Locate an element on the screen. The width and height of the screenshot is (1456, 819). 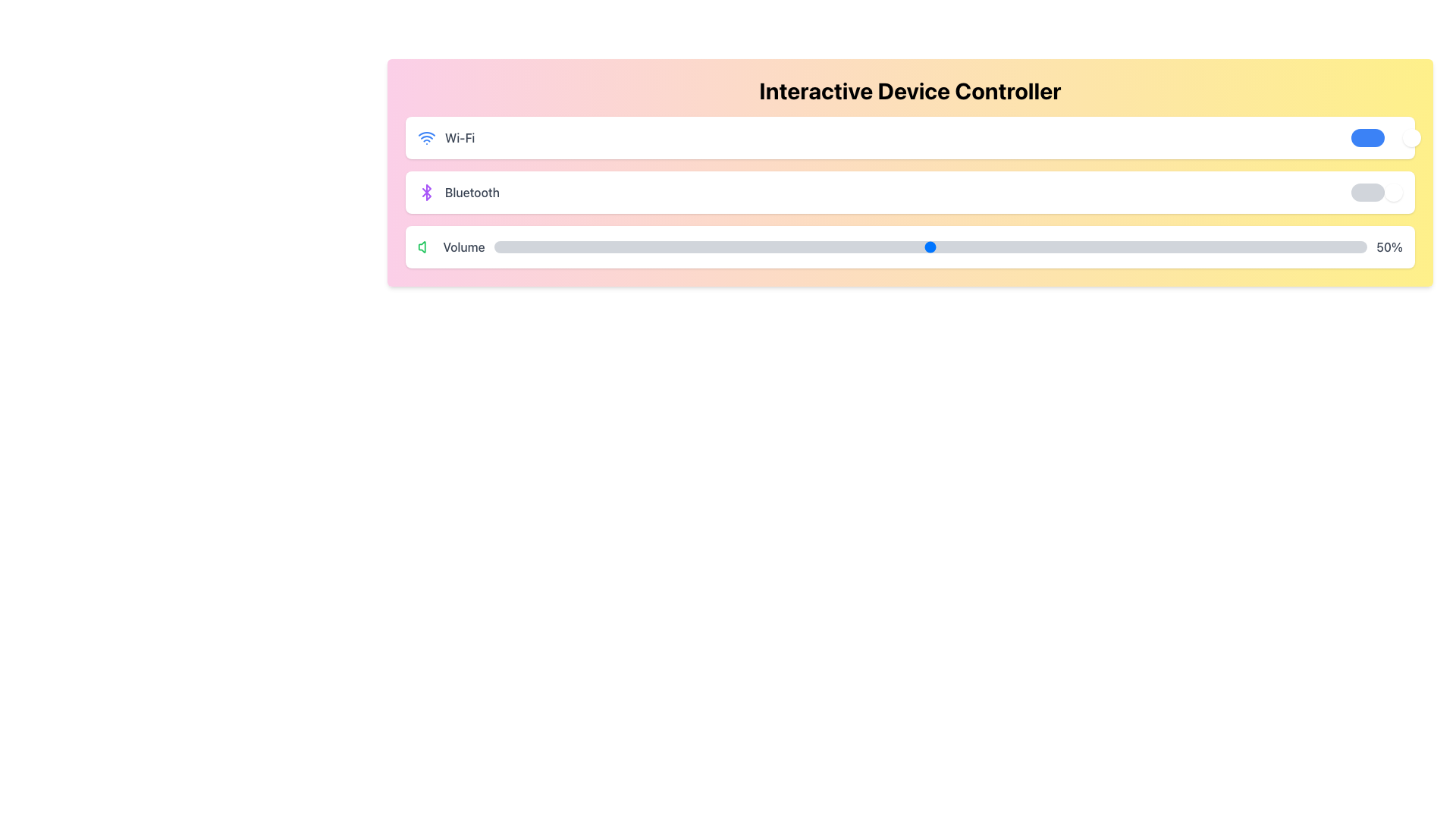
volume is located at coordinates (1000, 246).